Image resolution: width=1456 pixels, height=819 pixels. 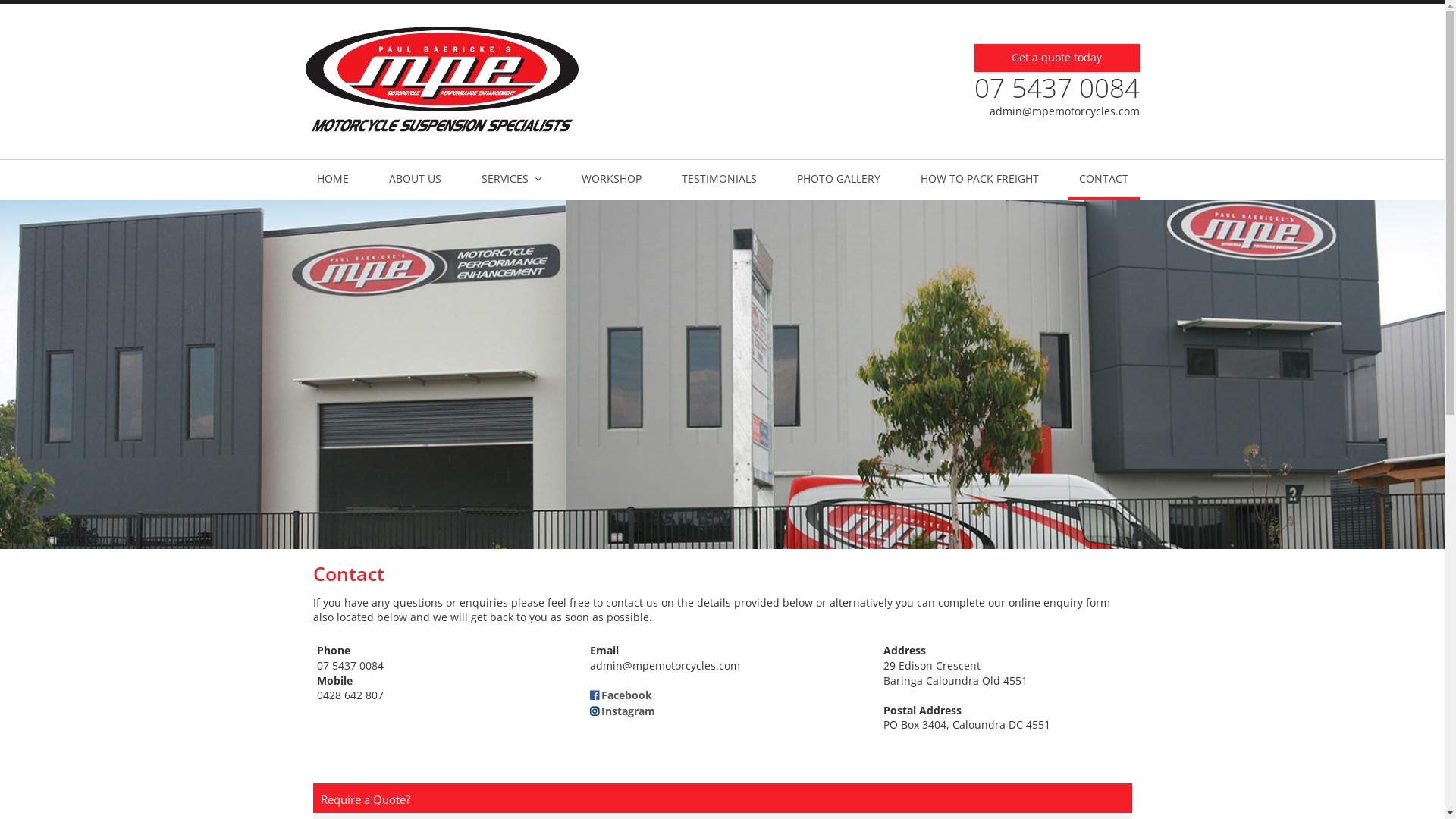 What do you see at coordinates (415, 180) in the screenshot?
I see `'ABOUT US'` at bounding box center [415, 180].